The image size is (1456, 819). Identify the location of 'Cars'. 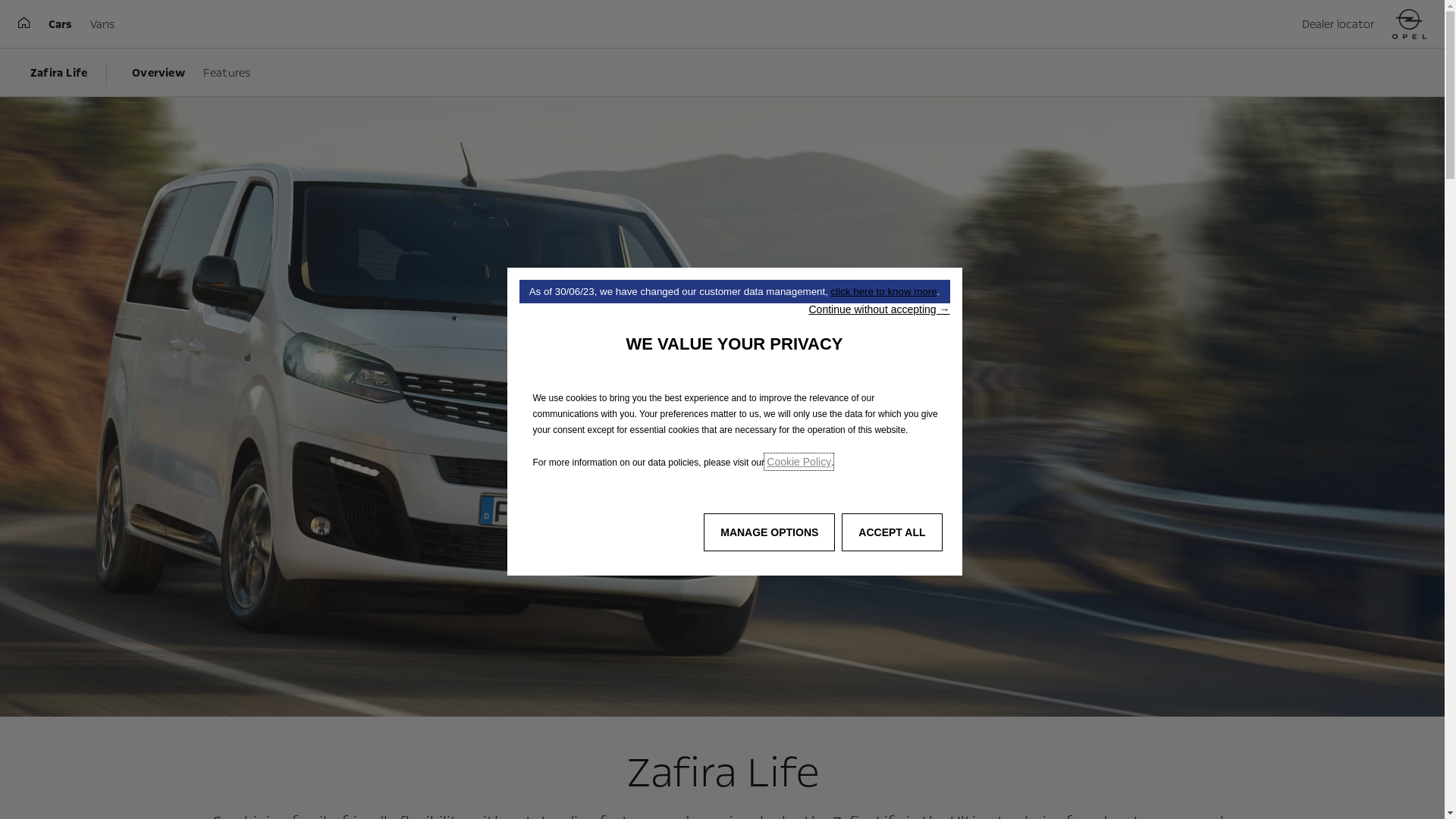
(60, 24).